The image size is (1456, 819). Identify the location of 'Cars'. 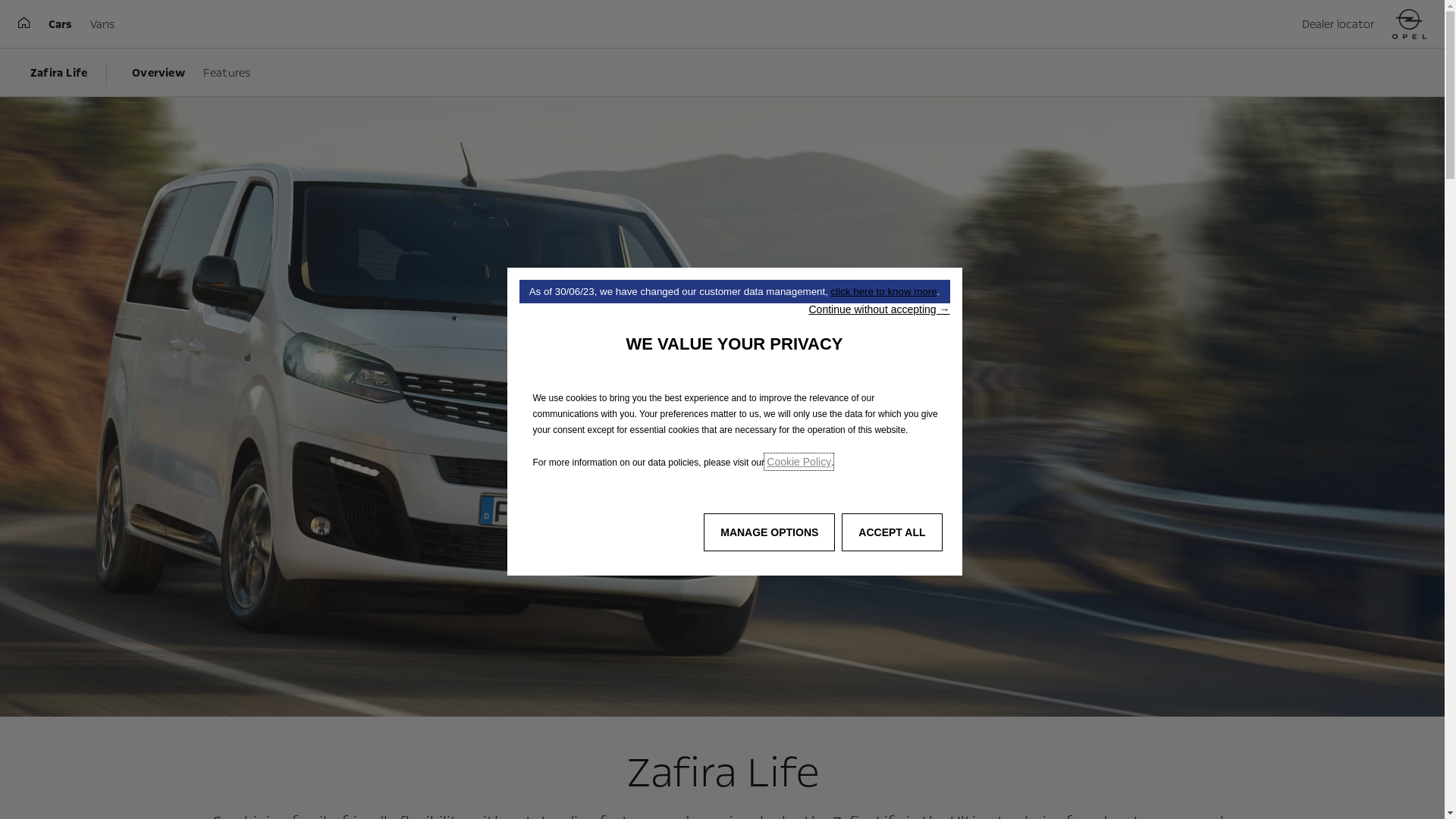
(60, 24).